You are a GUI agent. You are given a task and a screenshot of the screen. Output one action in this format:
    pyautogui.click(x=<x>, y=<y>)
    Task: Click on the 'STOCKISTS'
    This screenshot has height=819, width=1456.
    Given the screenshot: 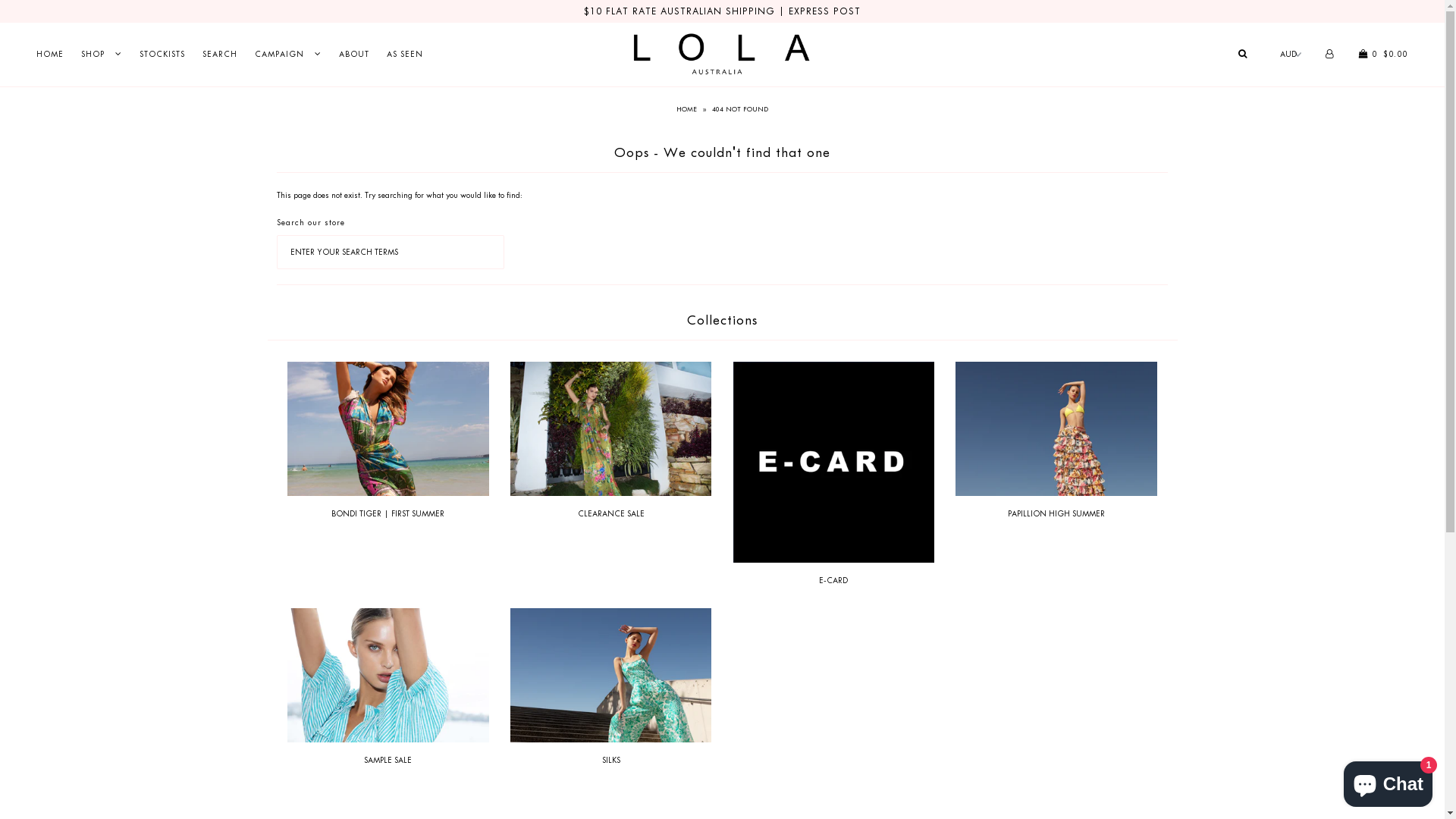 What is the action you would take?
    pyautogui.click(x=162, y=53)
    